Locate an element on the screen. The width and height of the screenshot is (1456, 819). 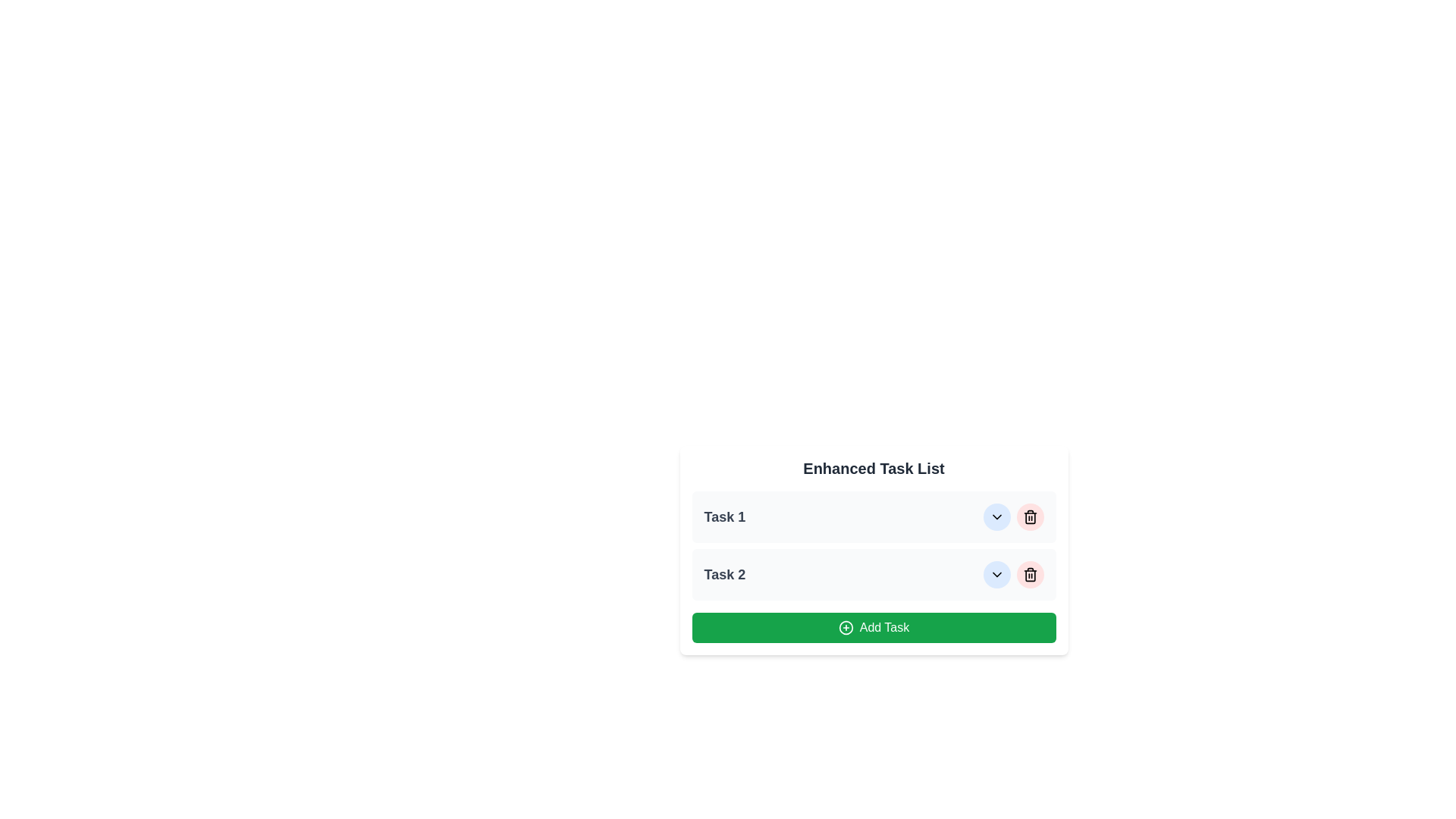
the Dropdown toggle icon, which is a small downward arrow inside a circular button with a light blue background, located to the right of the 'Task 1' label is located at coordinates (996, 516).